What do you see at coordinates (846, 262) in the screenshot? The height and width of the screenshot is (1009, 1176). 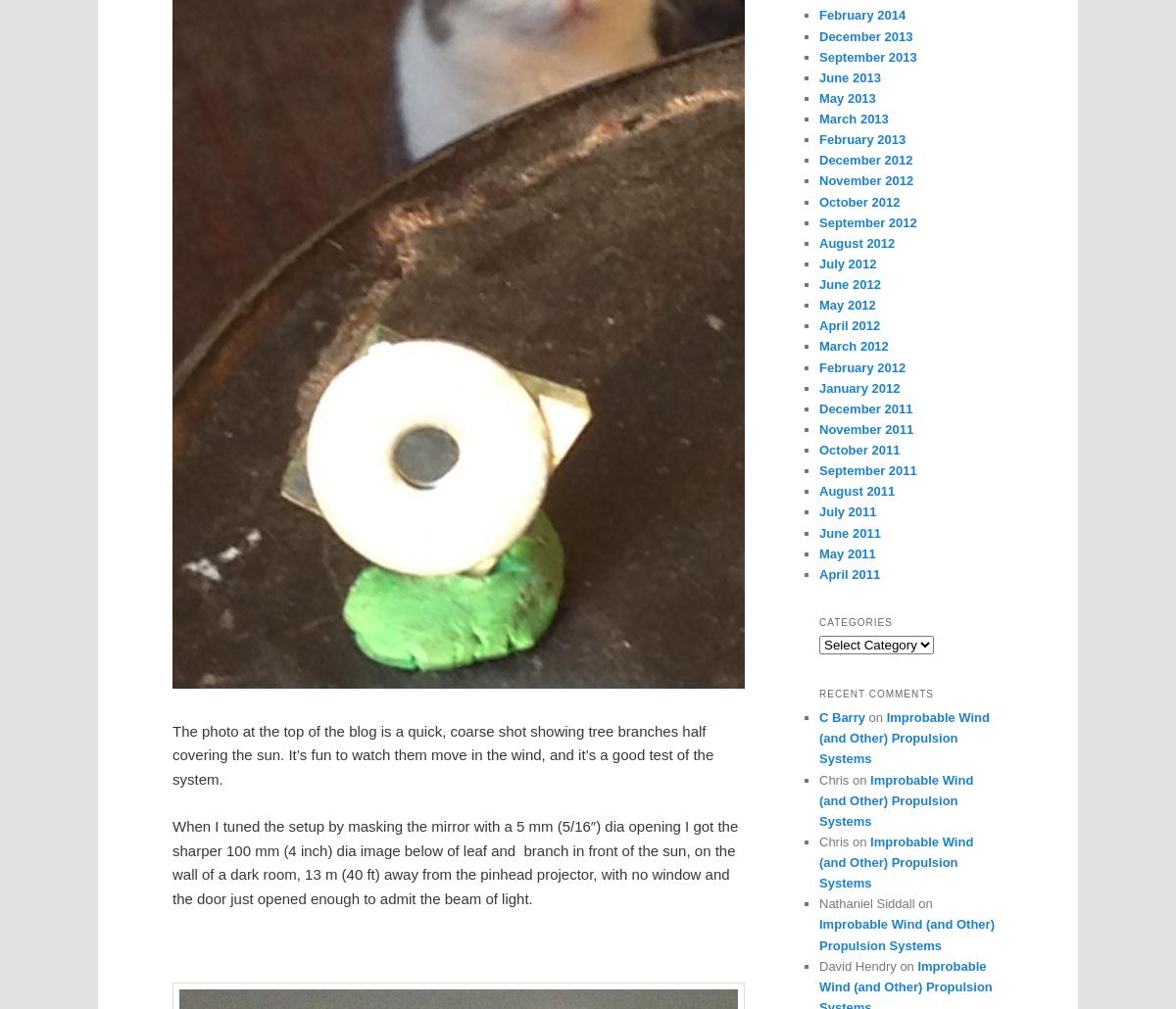 I see `'July 2012'` at bounding box center [846, 262].